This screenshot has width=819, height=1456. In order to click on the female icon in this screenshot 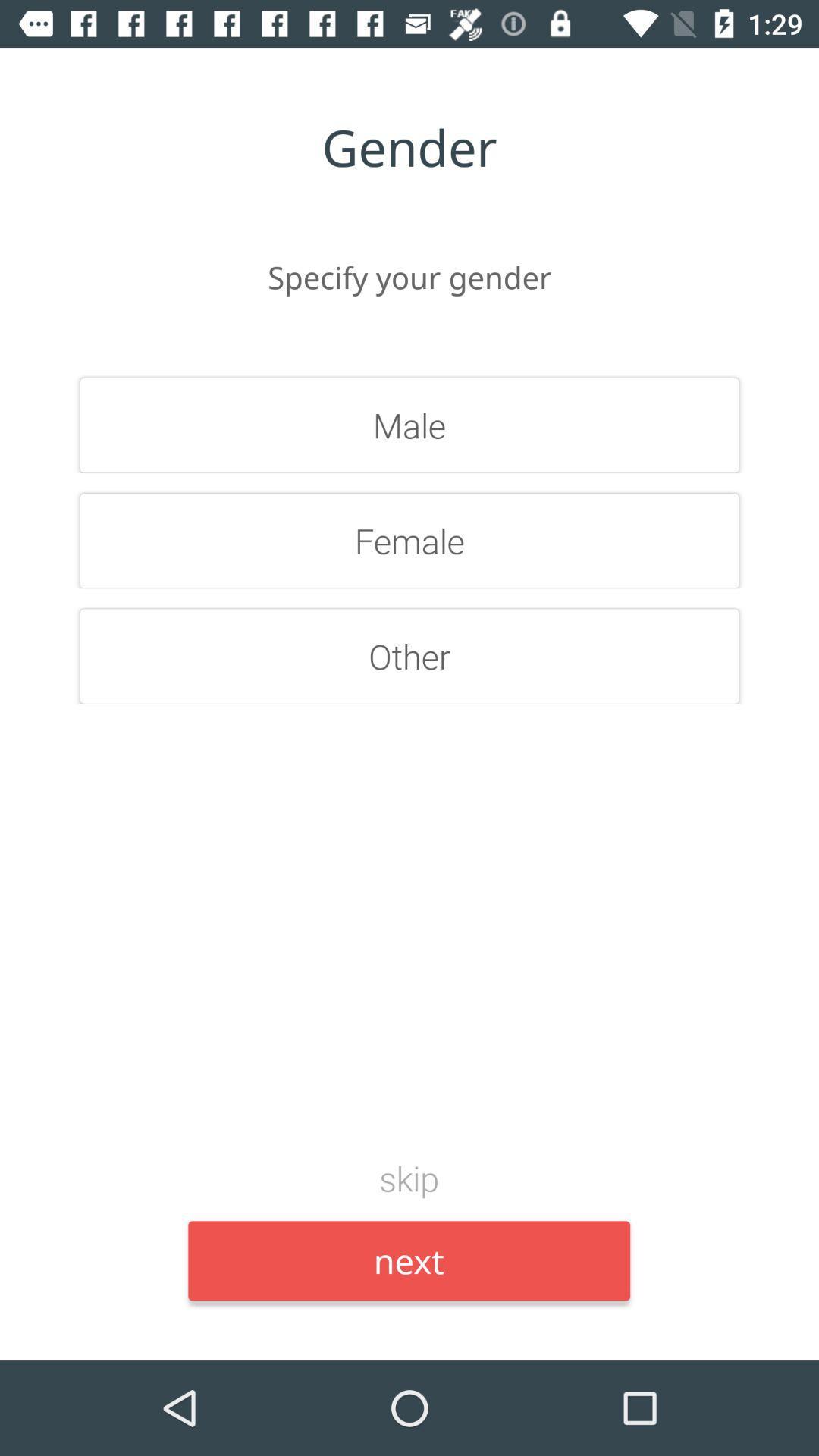, I will do `click(409, 541)`.